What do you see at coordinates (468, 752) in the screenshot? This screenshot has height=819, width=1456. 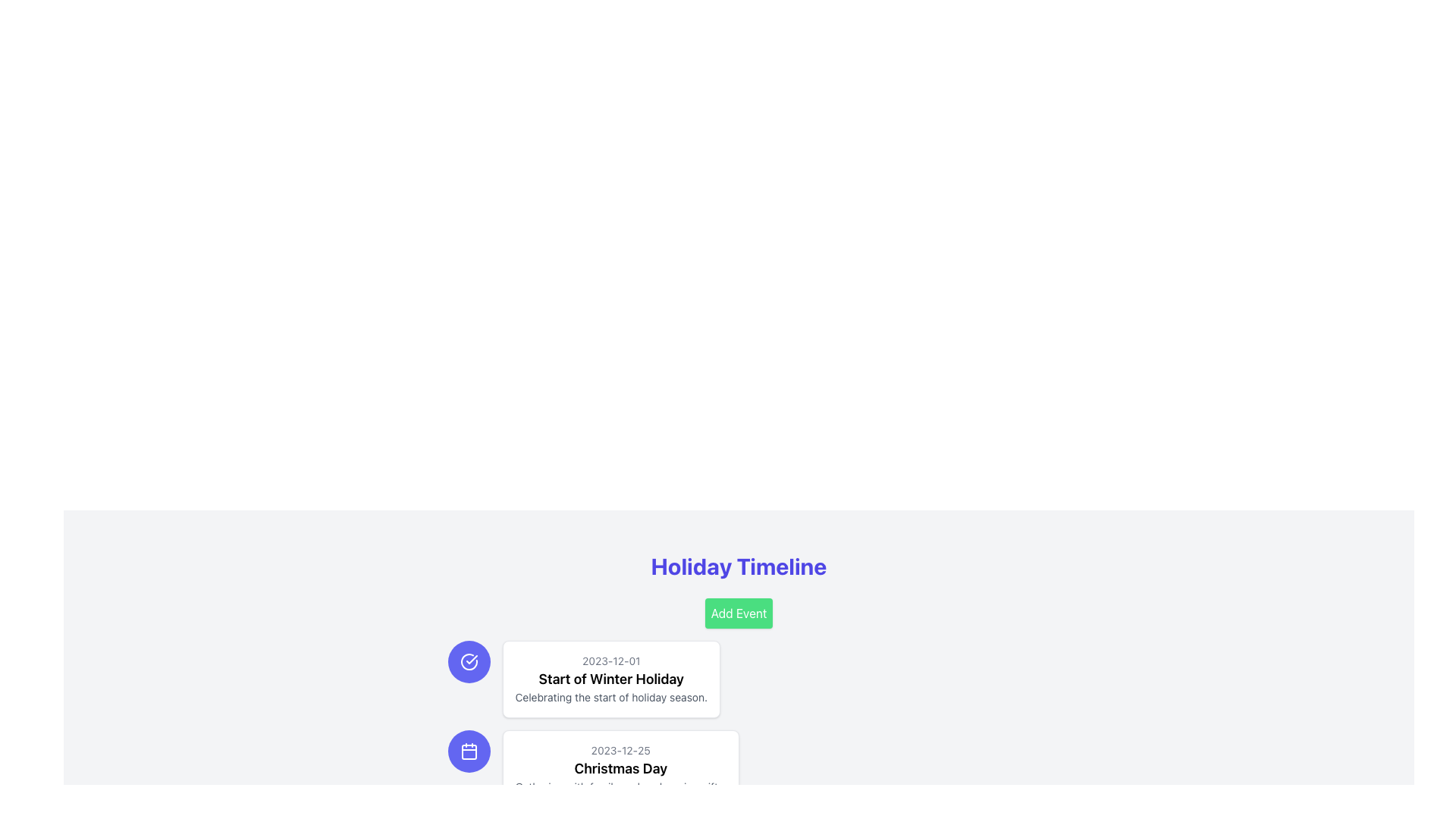 I see `the calendar icon with a square outline and purple circular background located beneath the top event marker on the left-hand side of the timeline interface for more details` at bounding box center [468, 752].